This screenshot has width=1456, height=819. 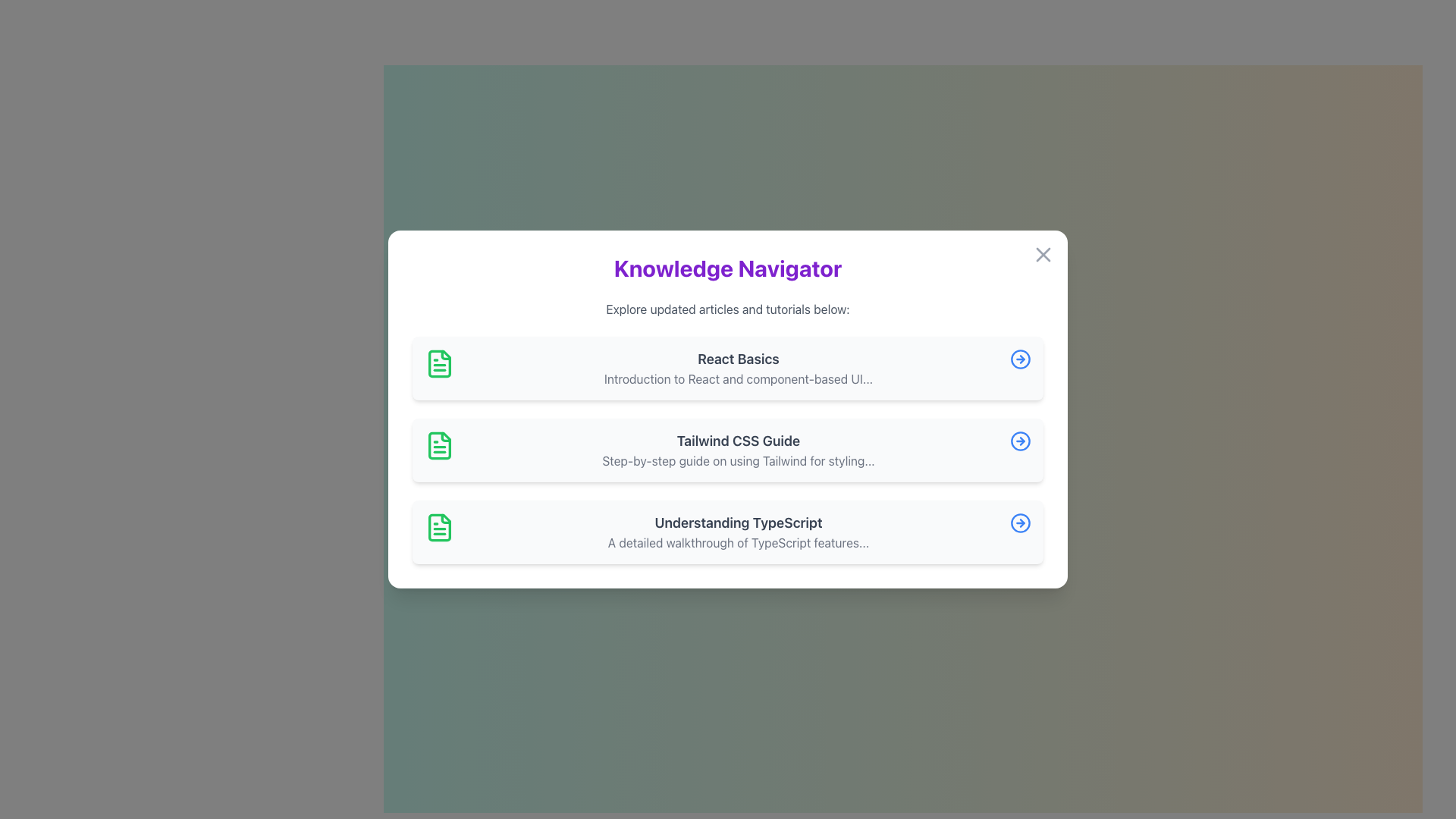 What do you see at coordinates (739, 460) in the screenshot?
I see `text label that provides a brief description related to the 'Tailwind CSS Guide' heading positioned below it` at bounding box center [739, 460].